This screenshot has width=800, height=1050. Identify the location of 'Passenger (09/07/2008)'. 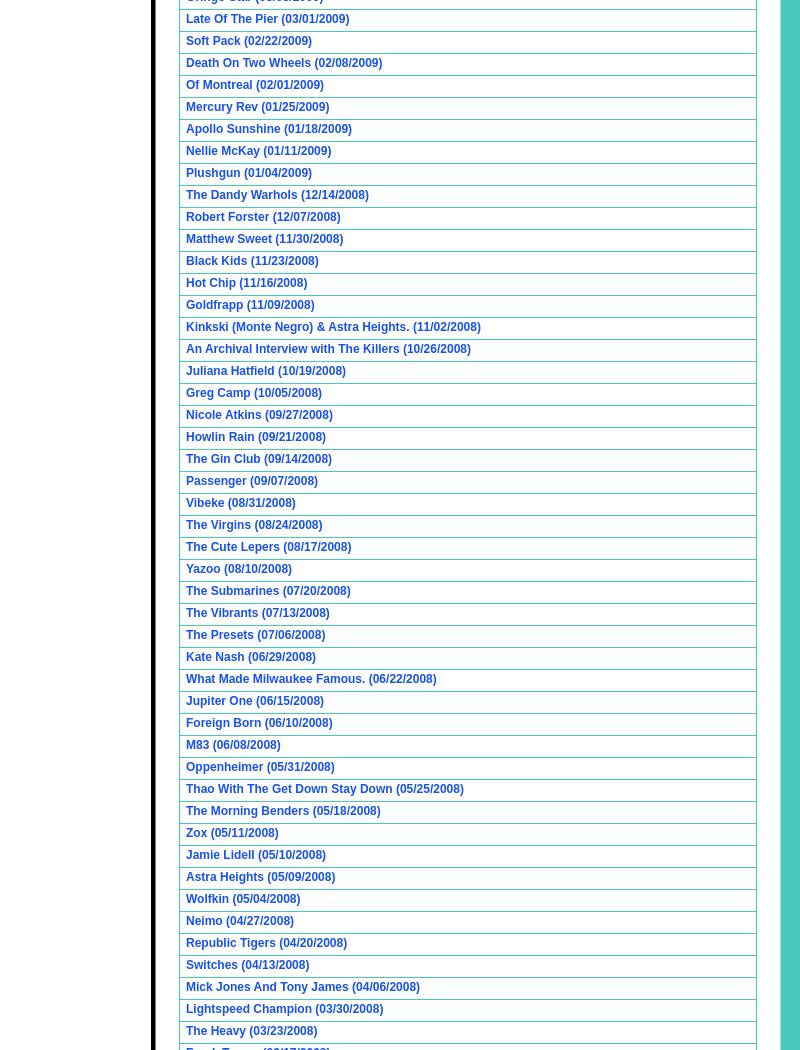
(251, 481).